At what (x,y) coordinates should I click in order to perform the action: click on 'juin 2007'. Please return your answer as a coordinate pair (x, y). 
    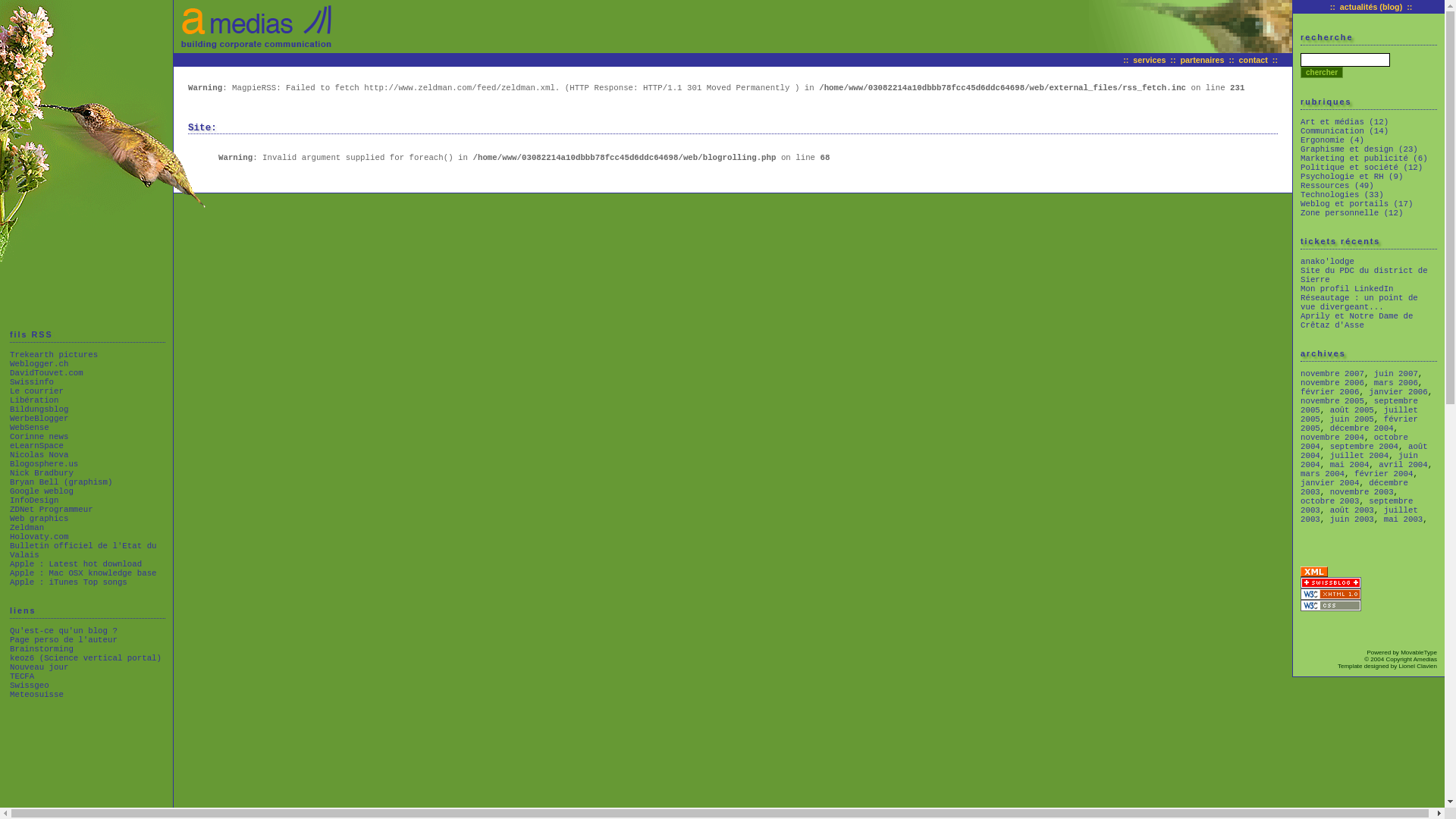
    Looking at the image, I should click on (1395, 374).